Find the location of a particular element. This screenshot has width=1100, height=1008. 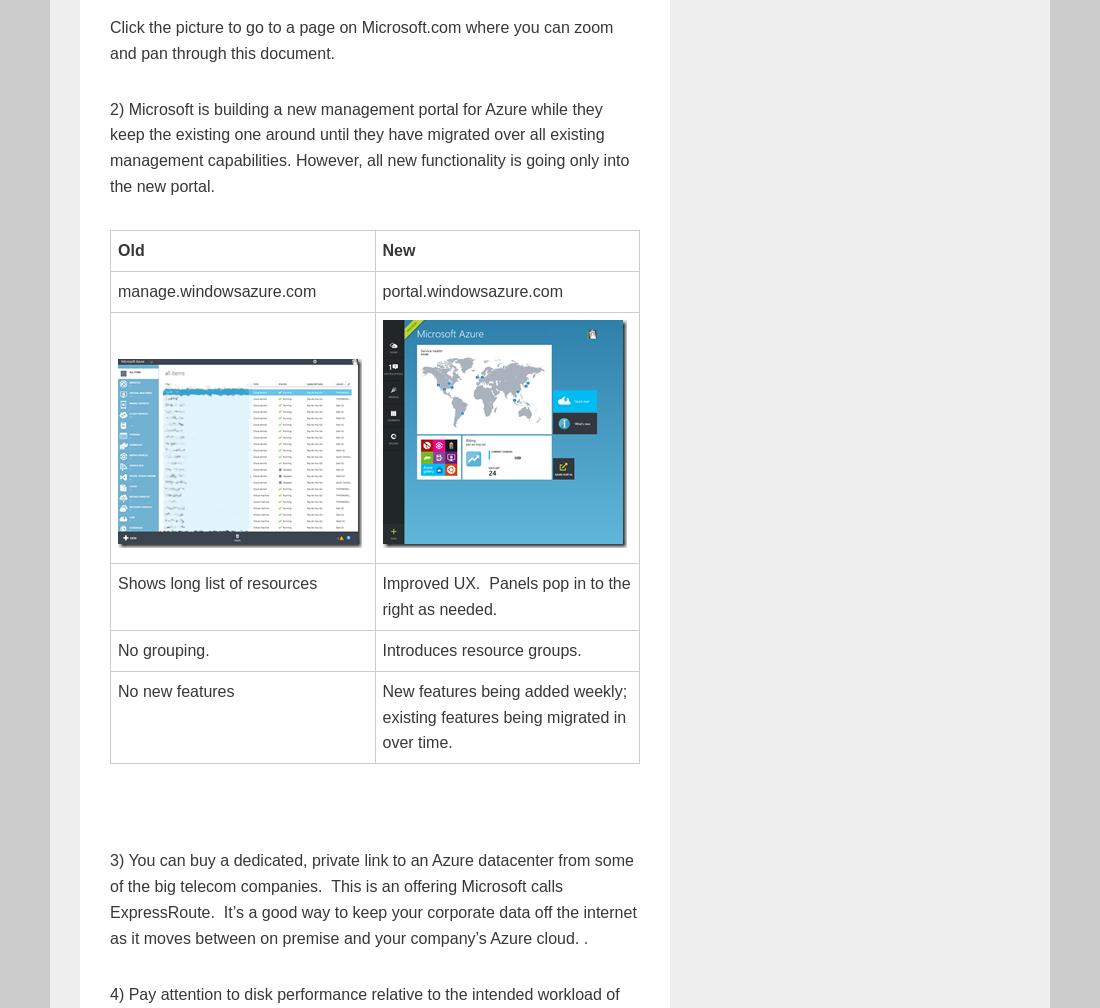

'portal.windowsazure.com' is located at coordinates (382, 291).